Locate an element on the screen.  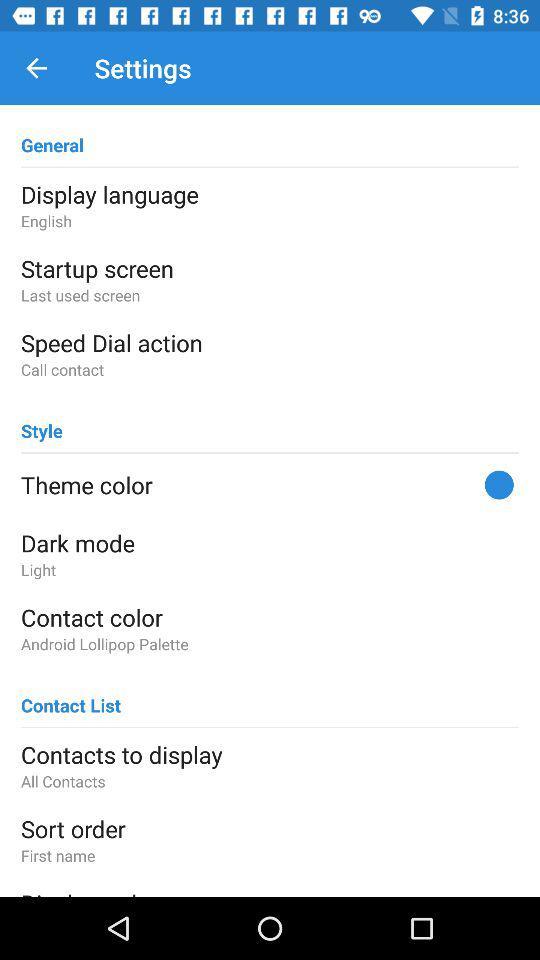
android lollipop palette item is located at coordinates (270, 643).